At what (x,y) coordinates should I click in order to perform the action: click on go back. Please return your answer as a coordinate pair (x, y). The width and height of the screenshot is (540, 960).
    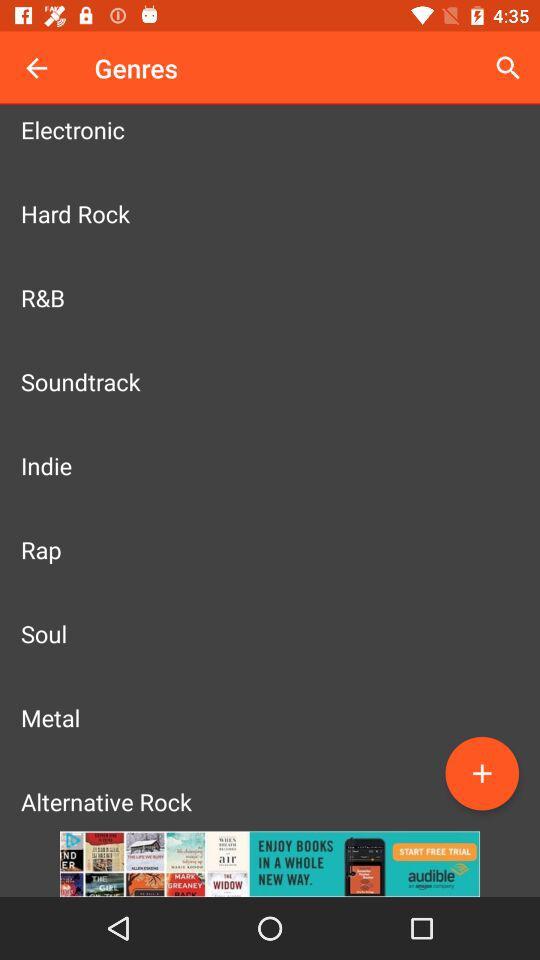
    Looking at the image, I should click on (36, 68).